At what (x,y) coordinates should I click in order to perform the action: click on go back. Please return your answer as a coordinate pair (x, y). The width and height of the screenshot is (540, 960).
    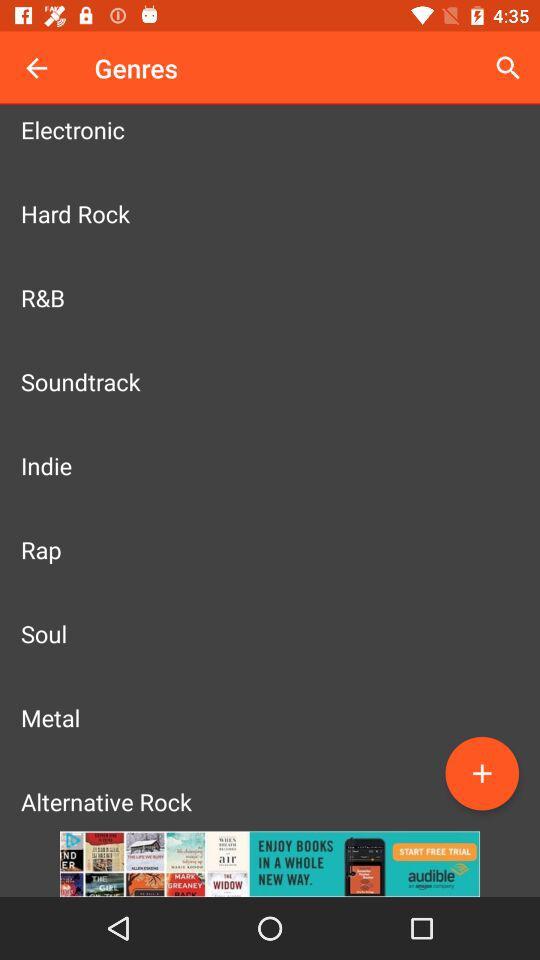
    Looking at the image, I should click on (36, 68).